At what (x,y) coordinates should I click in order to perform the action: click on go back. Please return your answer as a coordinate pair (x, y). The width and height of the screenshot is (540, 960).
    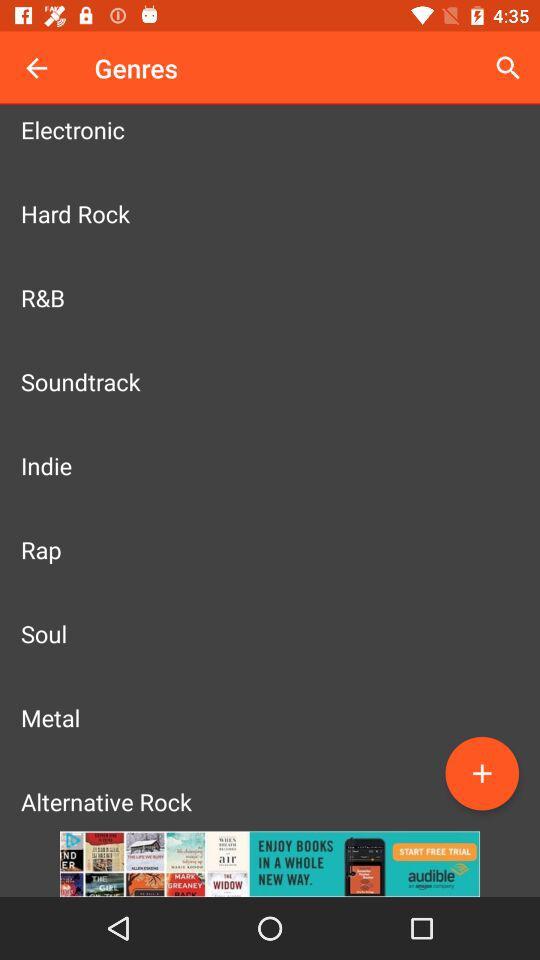
    Looking at the image, I should click on (36, 68).